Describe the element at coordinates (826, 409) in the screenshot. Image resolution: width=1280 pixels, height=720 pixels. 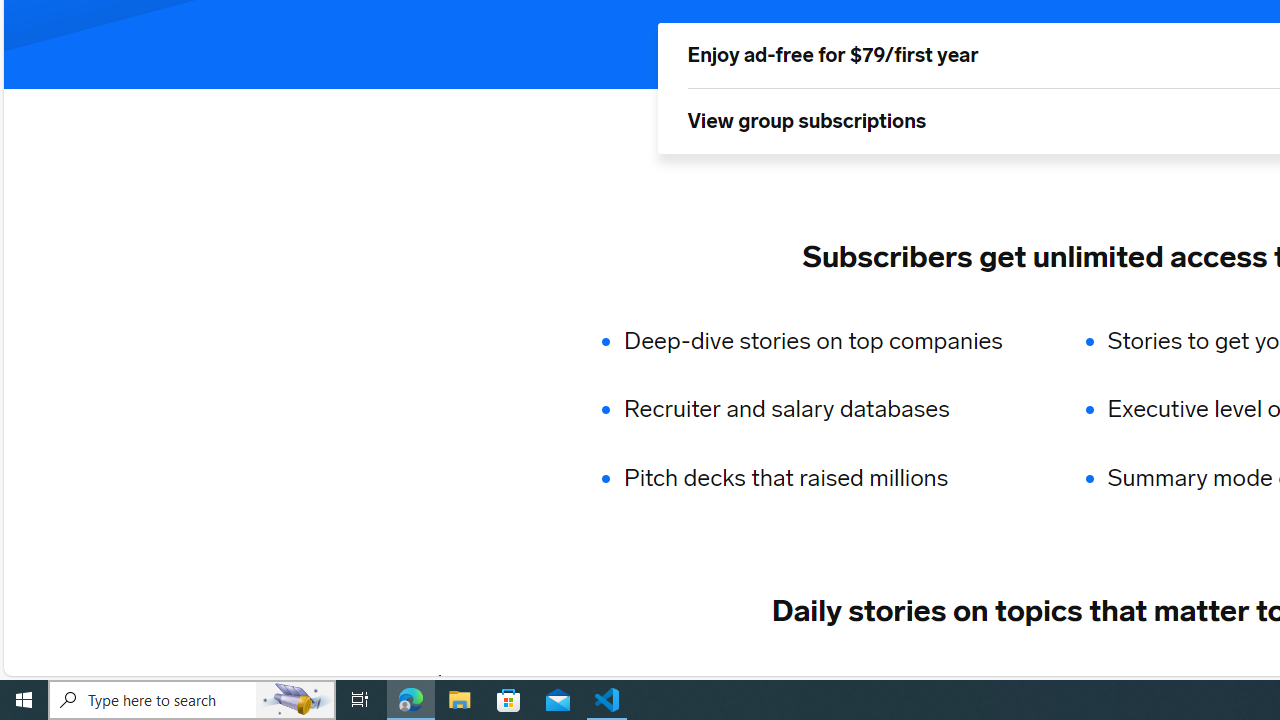
I see `'Recruiter and salary databases'` at that location.